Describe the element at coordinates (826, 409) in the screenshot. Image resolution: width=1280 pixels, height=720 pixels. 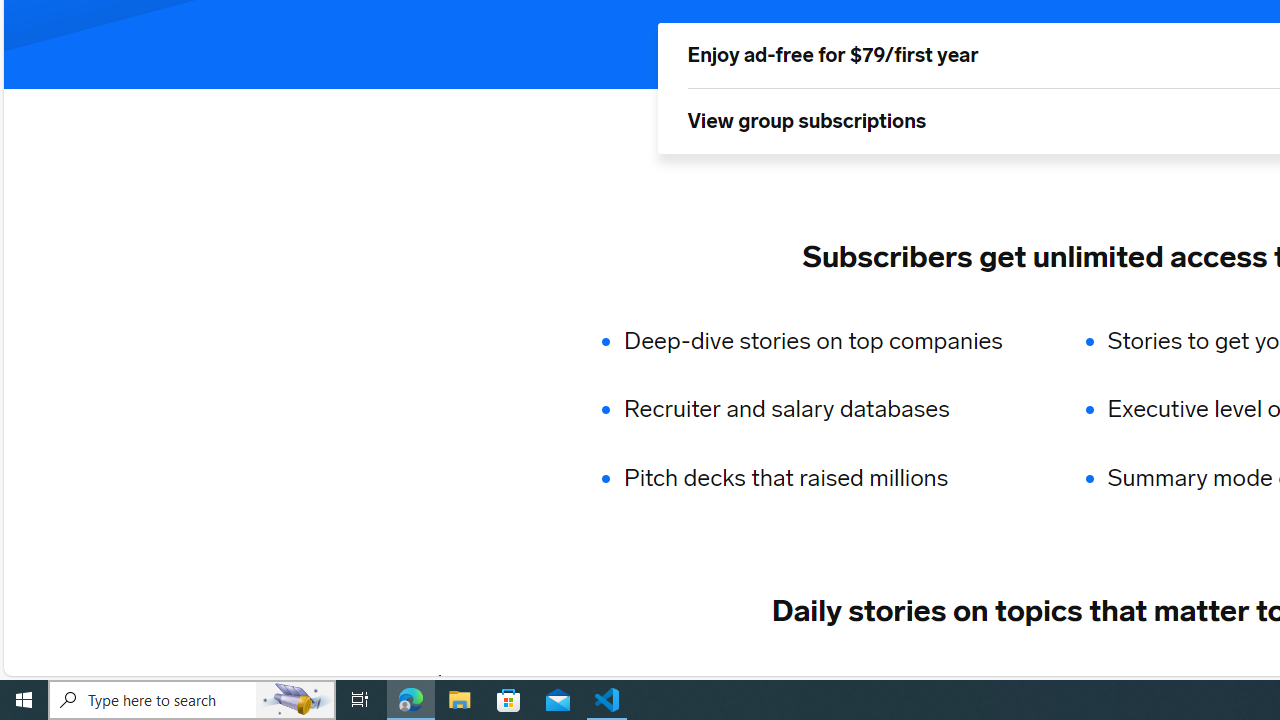
I see `'Recruiter and salary databases'` at that location.